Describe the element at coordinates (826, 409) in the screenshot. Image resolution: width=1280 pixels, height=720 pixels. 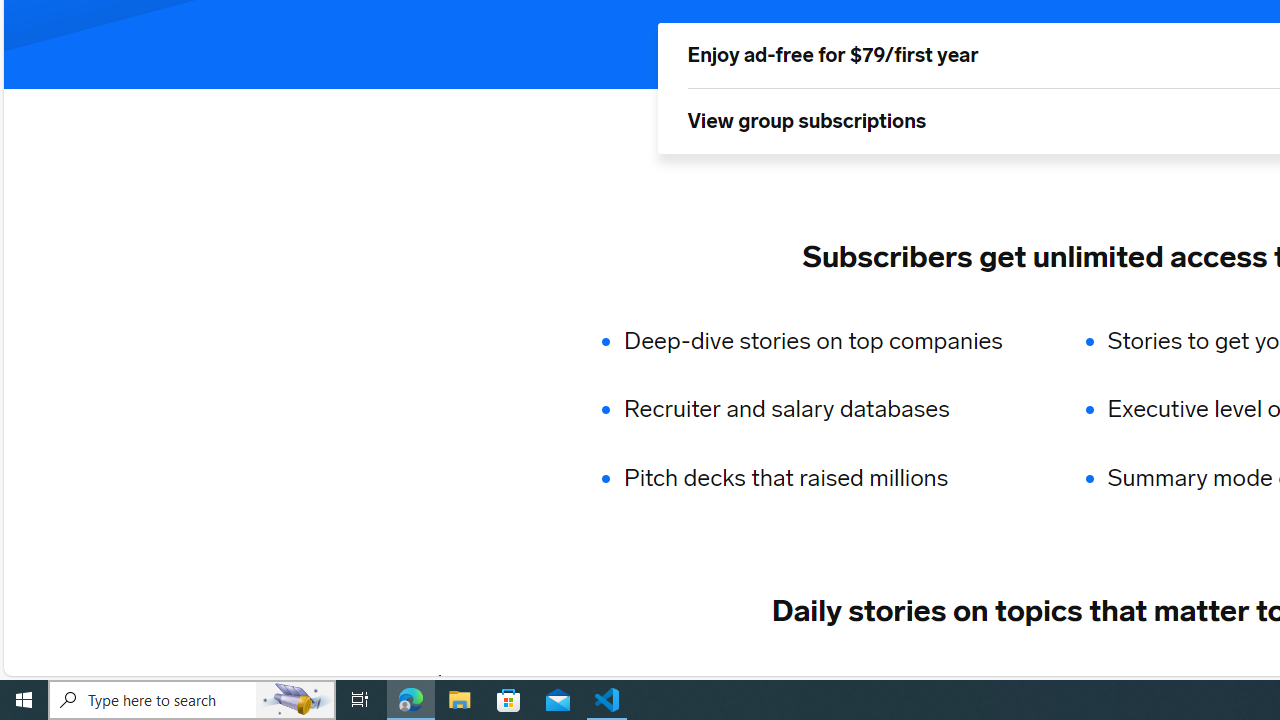
I see `'Recruiter and salary databases'` at that location.